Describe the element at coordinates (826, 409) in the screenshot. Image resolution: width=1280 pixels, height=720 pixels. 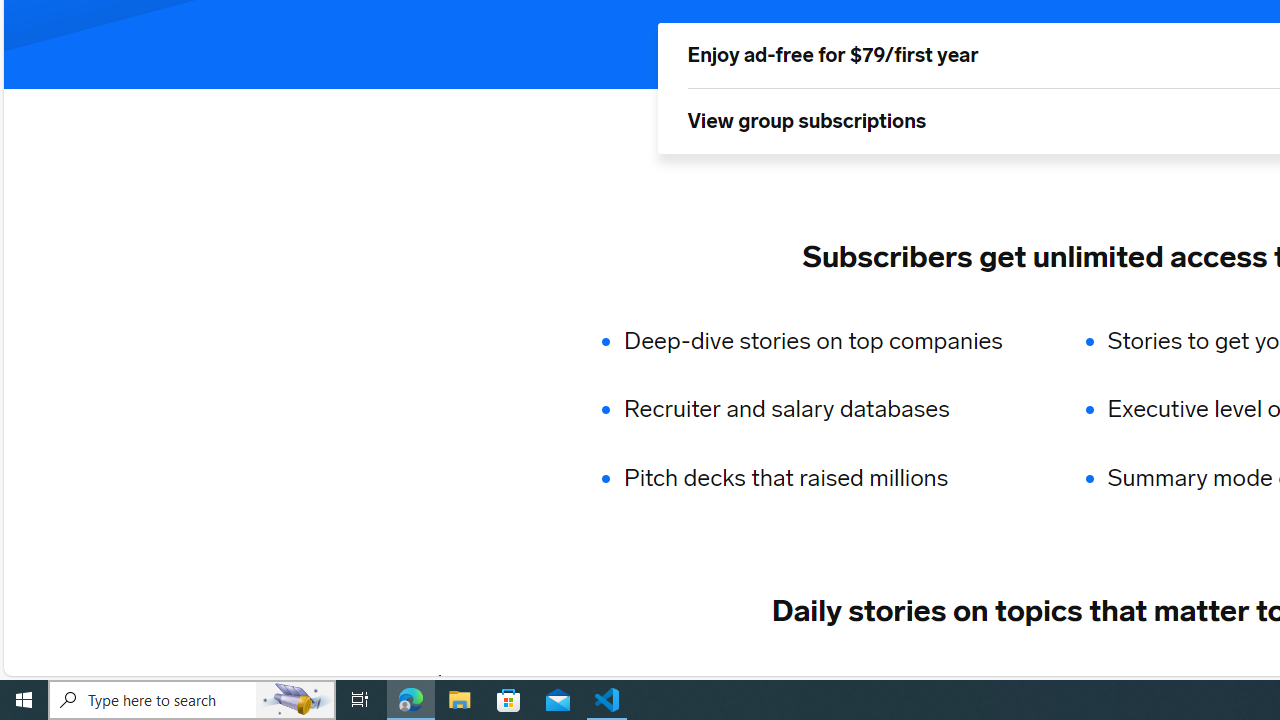
I see `'Recruiter and salary databases'` at that location.